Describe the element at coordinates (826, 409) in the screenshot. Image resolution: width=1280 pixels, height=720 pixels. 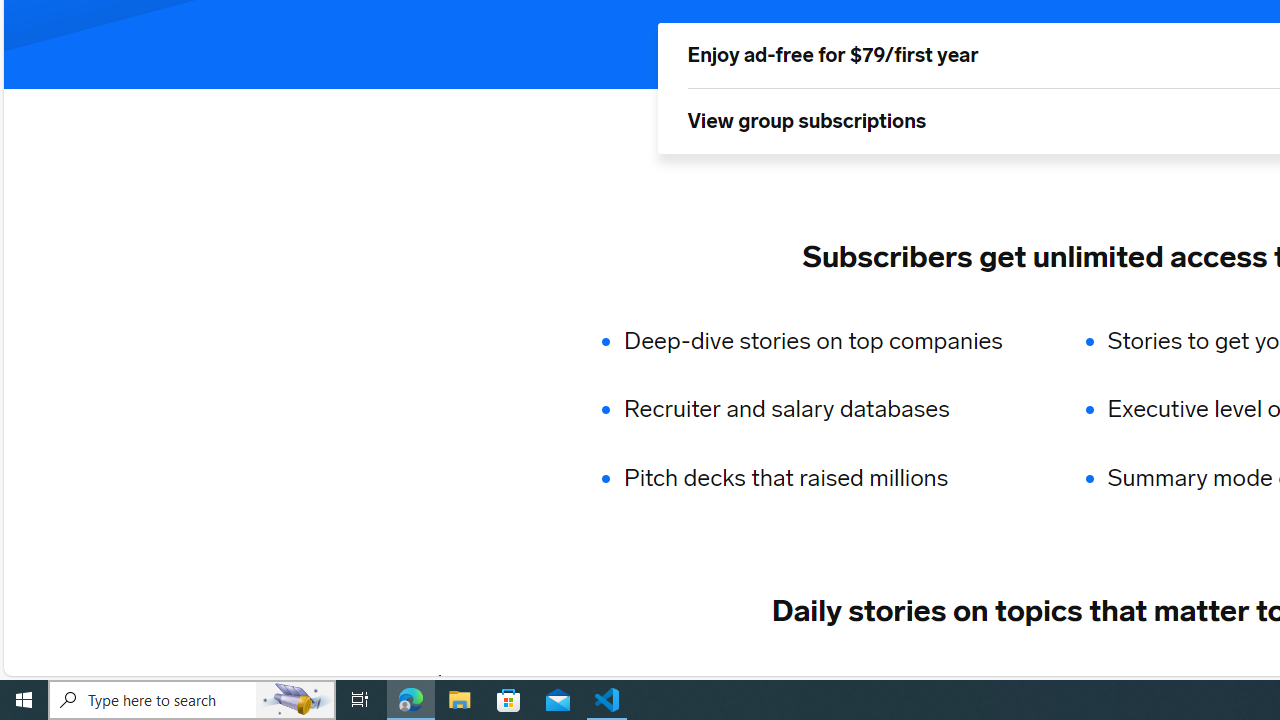
I see `'Recruiter and salary databases'` at that location.